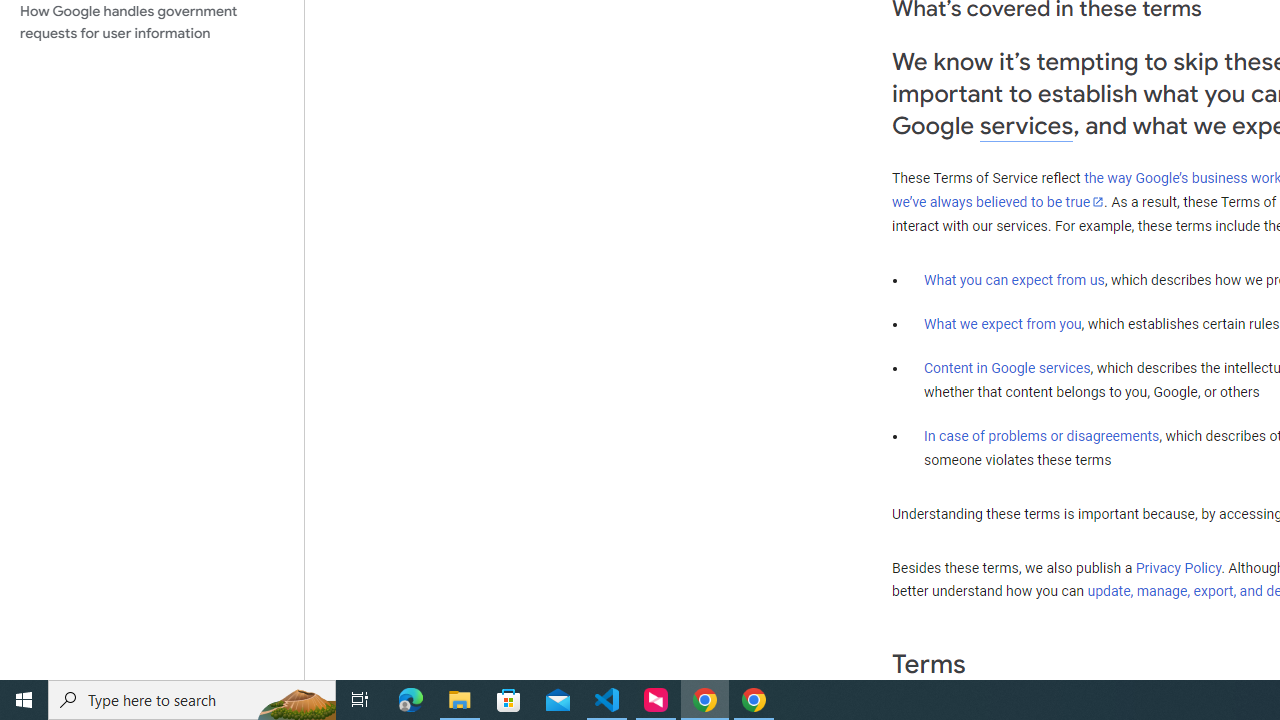 This screenshot has width=1280, height=720. I want to click on 'Content in Google services', so click(1007, 368).